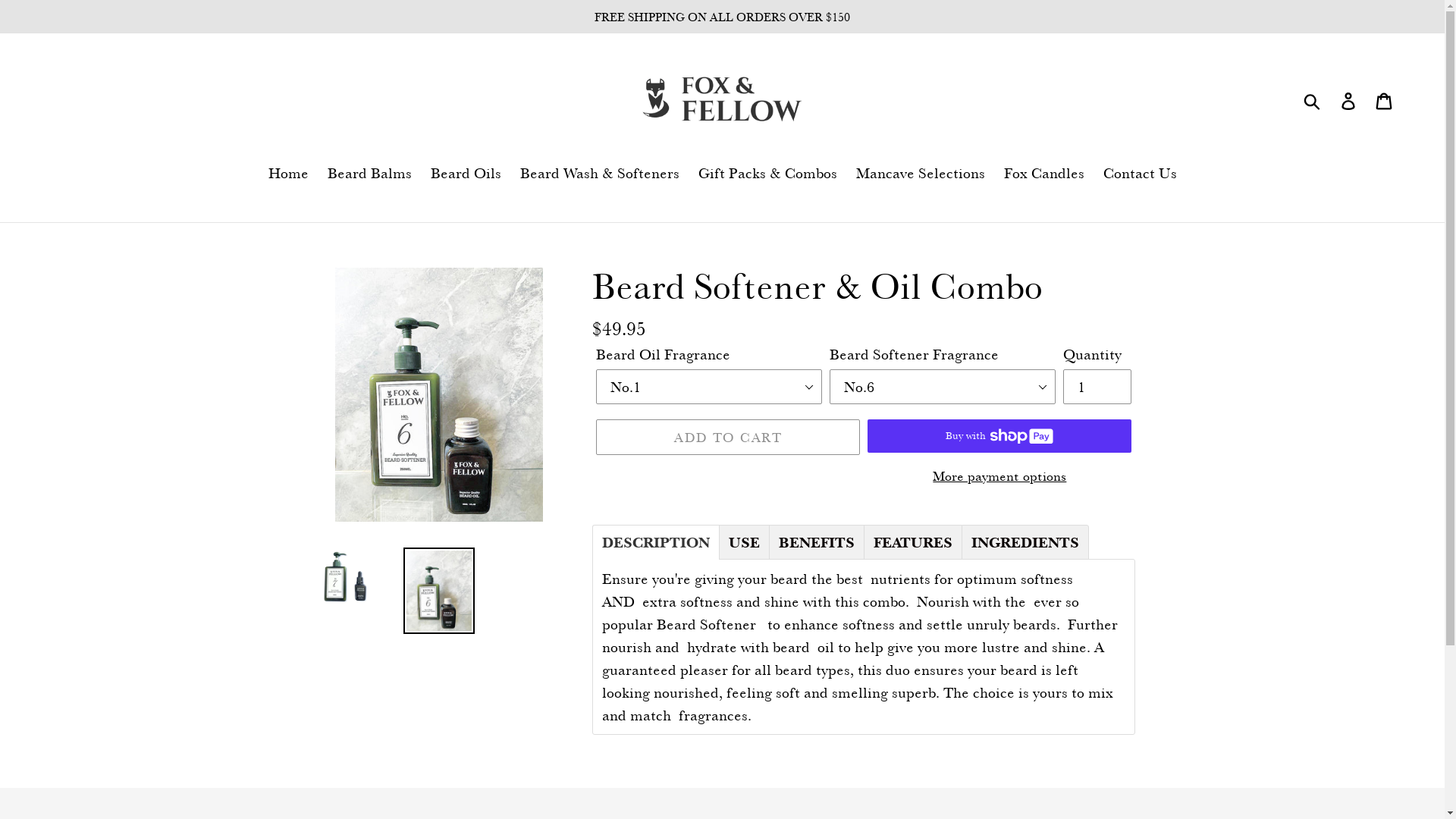  What do you see at coordinates (601, 541) in the screenshot?
I see `'DESCRIPTION'` at bounding box center [601, 541].